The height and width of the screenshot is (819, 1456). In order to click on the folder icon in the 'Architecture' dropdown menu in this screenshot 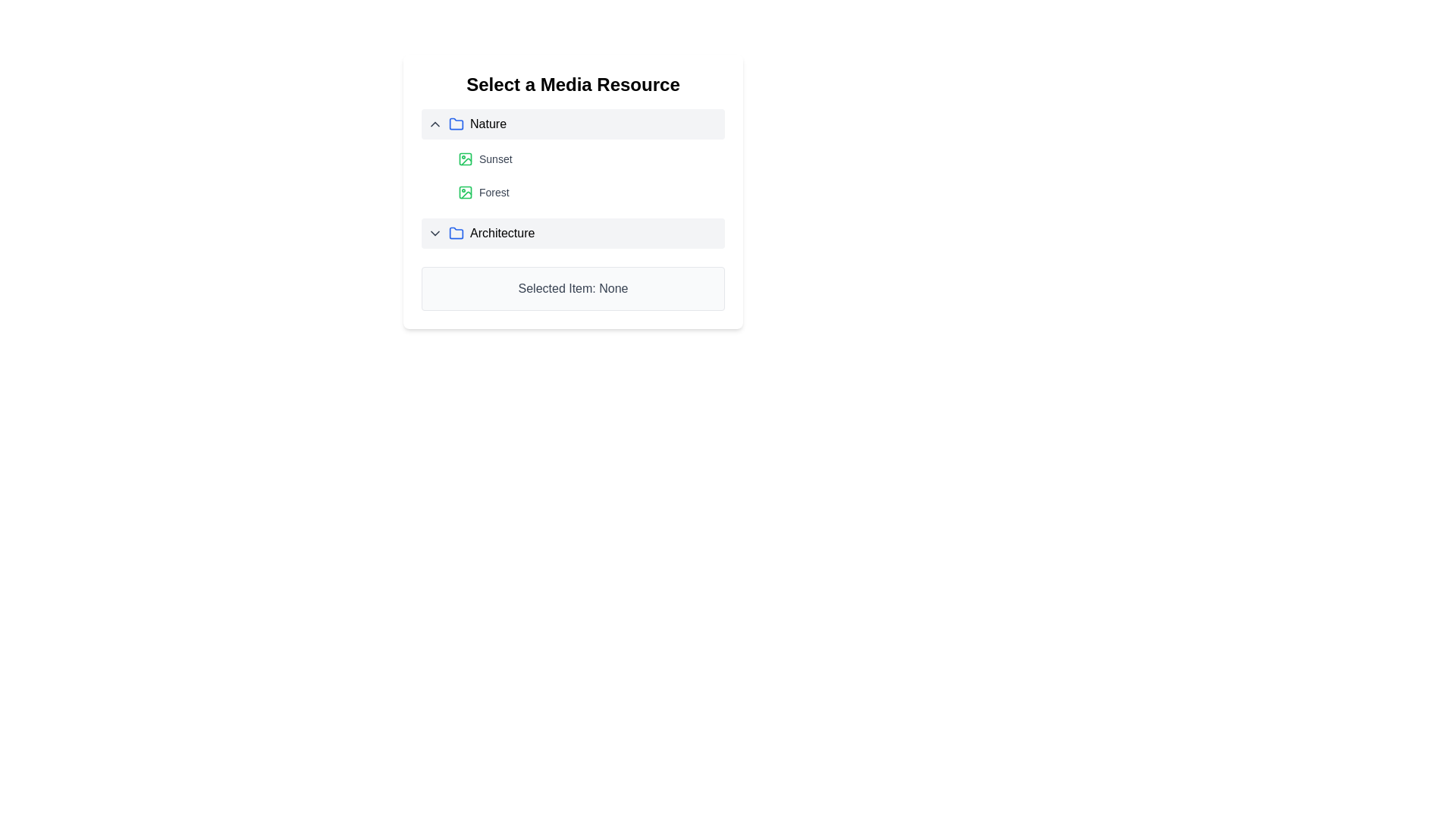, I will do `click(455, 233)`.